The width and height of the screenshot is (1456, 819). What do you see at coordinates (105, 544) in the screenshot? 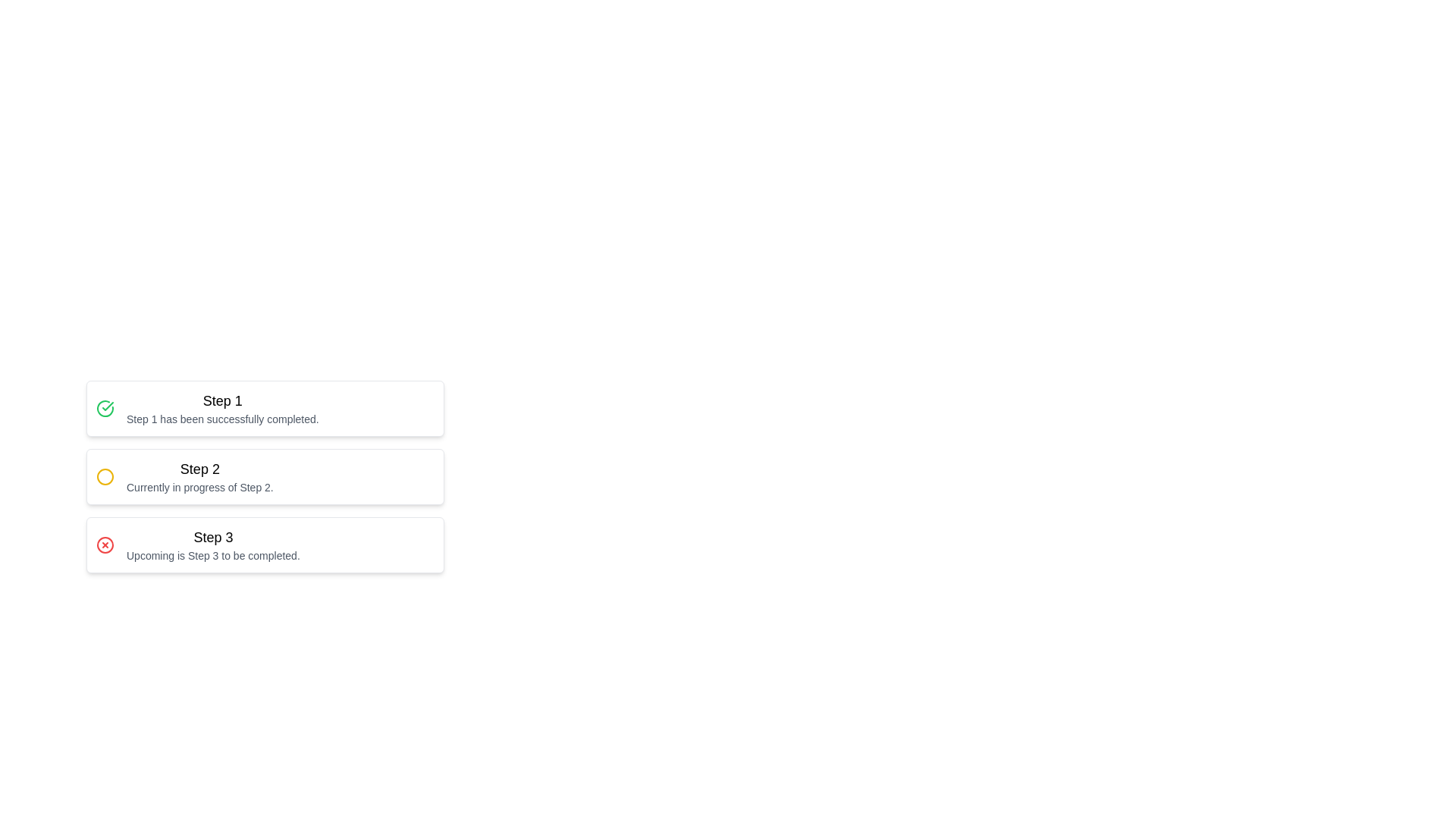
I see `the status of the visual status indicator for 'Step 3', which is located on the left of the row and provides feedback about the completion state of this step` at bounding box center [105, 544].